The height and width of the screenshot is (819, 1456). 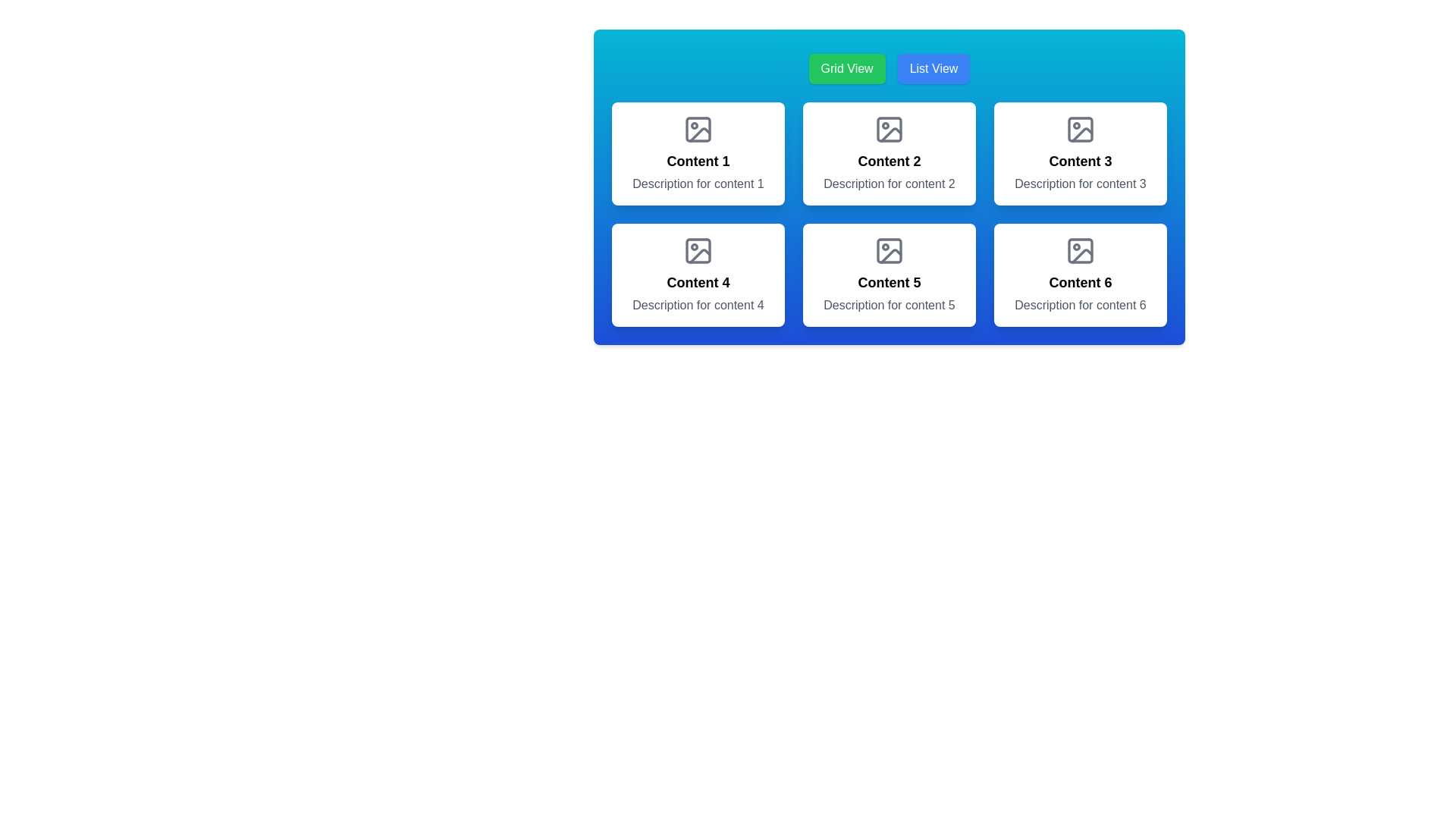 What do you see at coordinates (889, 154) in the screenshot?
I see `the icon at the top of the white card labeled 'Content 2', which is the second element in the first row of a grid layout` at bounding box center [889, 154].